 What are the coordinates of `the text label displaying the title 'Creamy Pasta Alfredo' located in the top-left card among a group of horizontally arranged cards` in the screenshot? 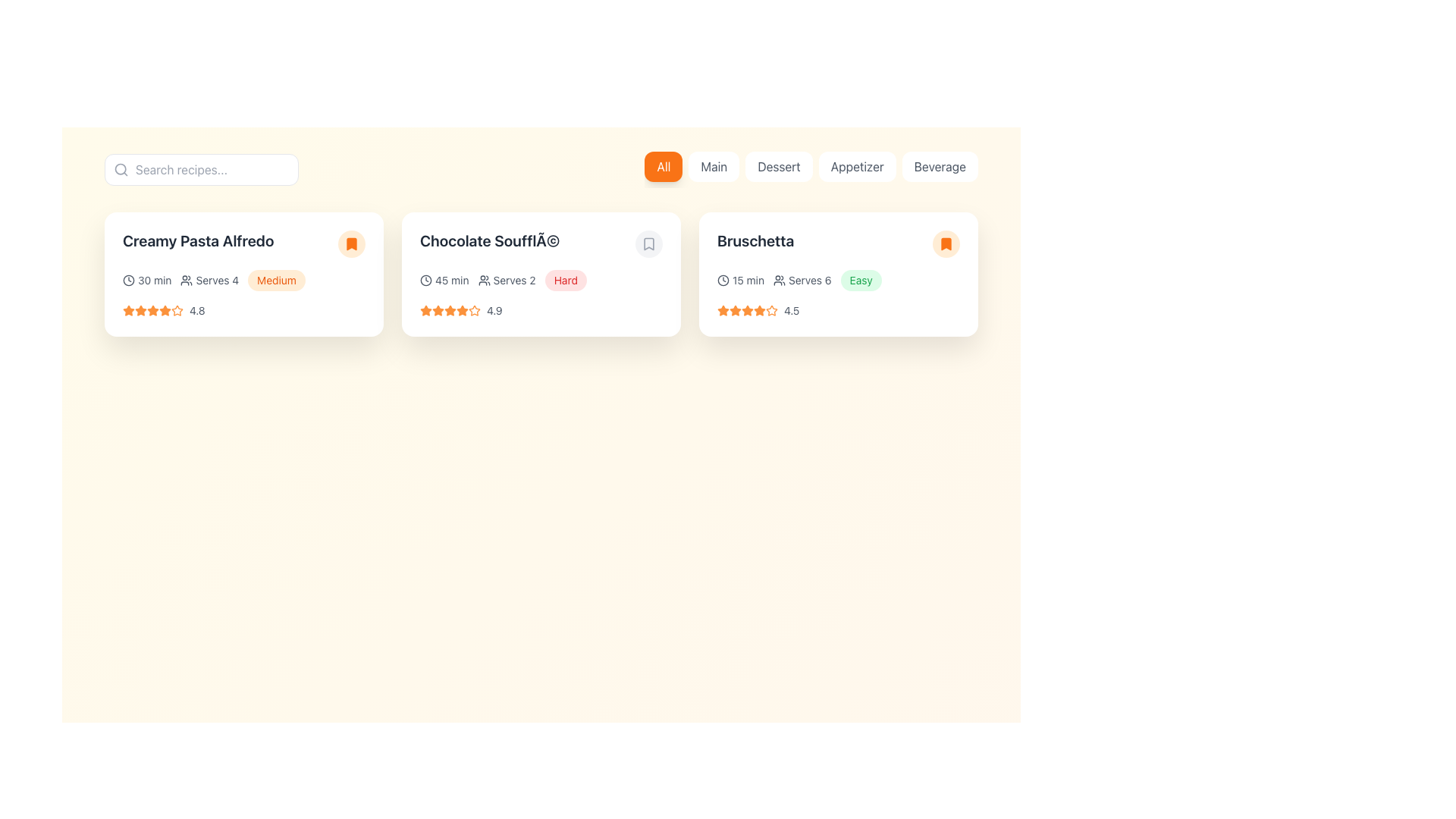 It's located at (243, 243).